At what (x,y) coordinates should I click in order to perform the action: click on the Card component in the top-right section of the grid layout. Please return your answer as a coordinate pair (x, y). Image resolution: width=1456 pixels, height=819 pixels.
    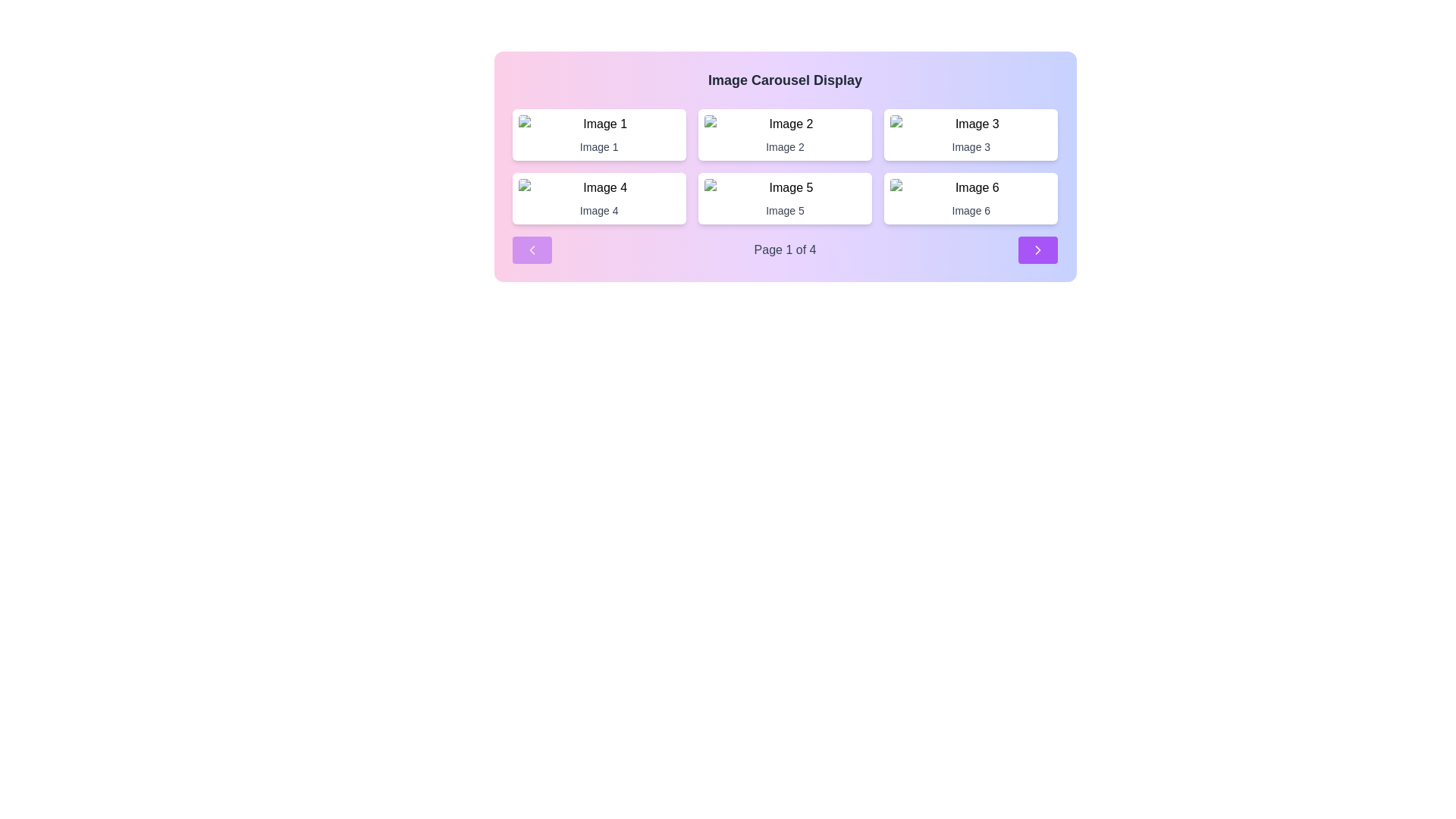
    Looking at the image, I should click on (971, 133).